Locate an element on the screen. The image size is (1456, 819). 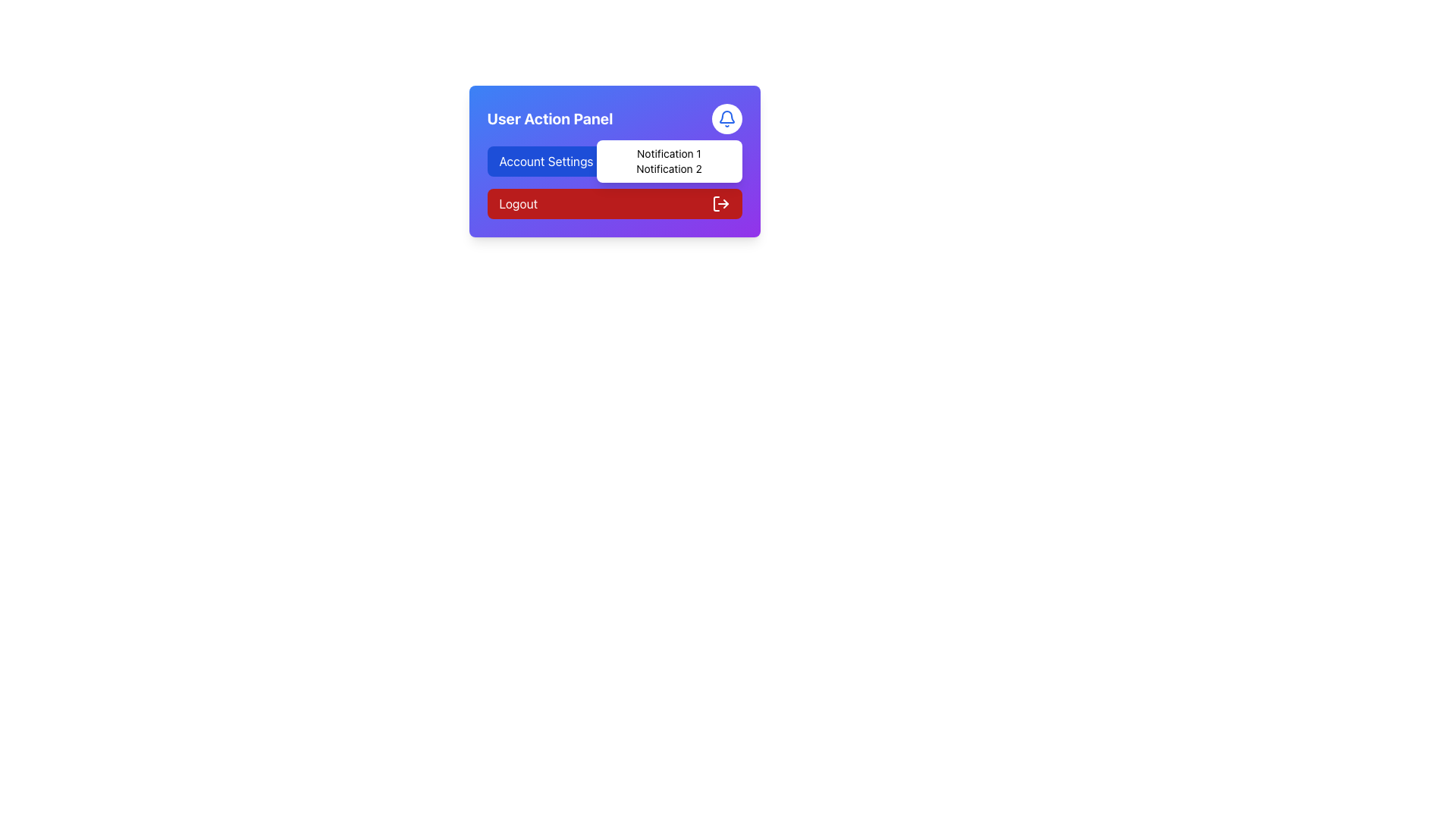
the logout arrow icon located on the right edge of the logout button within the user action panel component is located at coordinates (724, 203).